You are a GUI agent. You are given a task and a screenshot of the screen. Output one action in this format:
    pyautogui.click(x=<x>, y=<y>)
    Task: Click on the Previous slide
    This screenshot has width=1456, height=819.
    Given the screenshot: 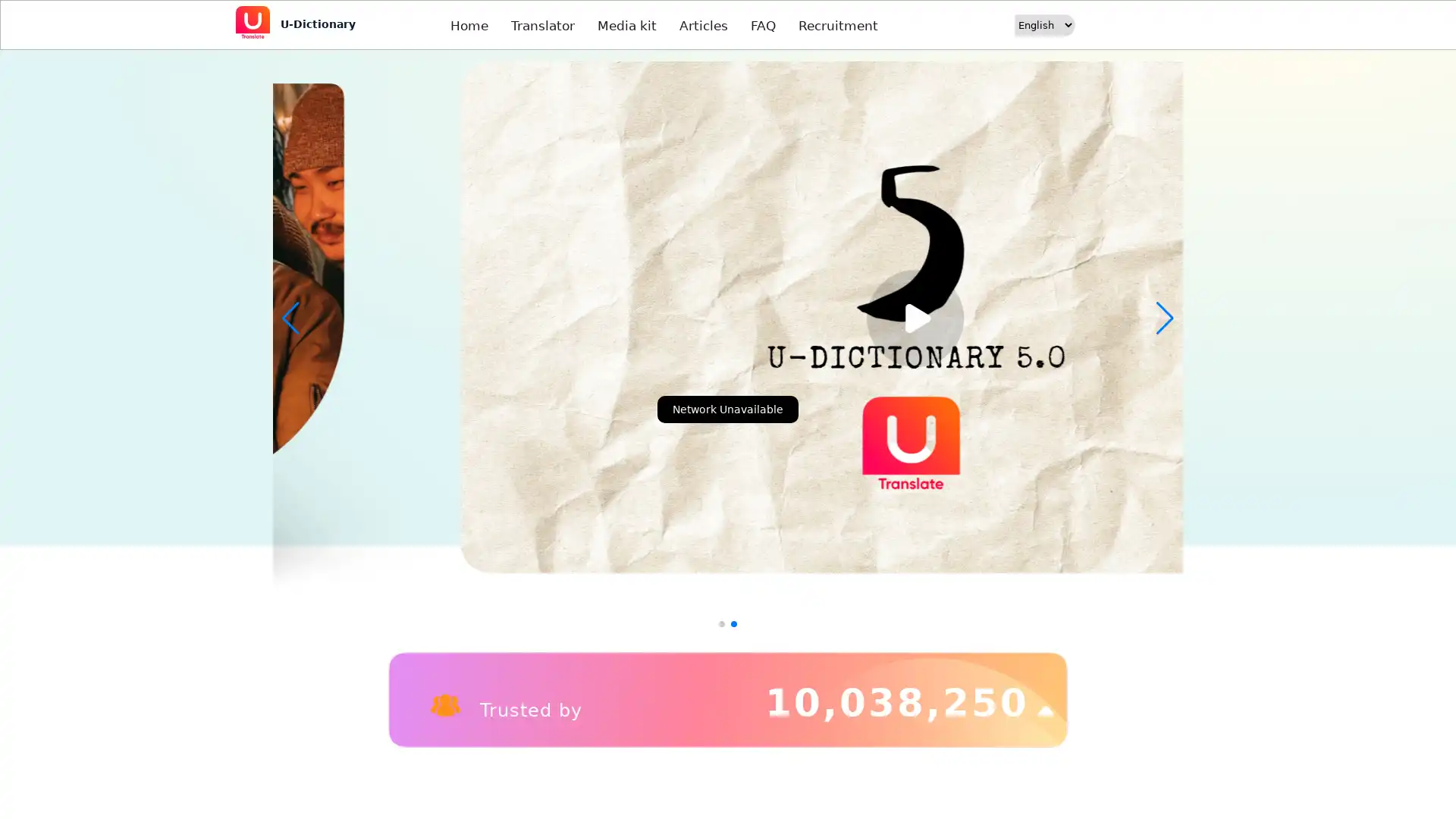 What is the action you would take?
    pyautogui.click(x=290, y=318)
    